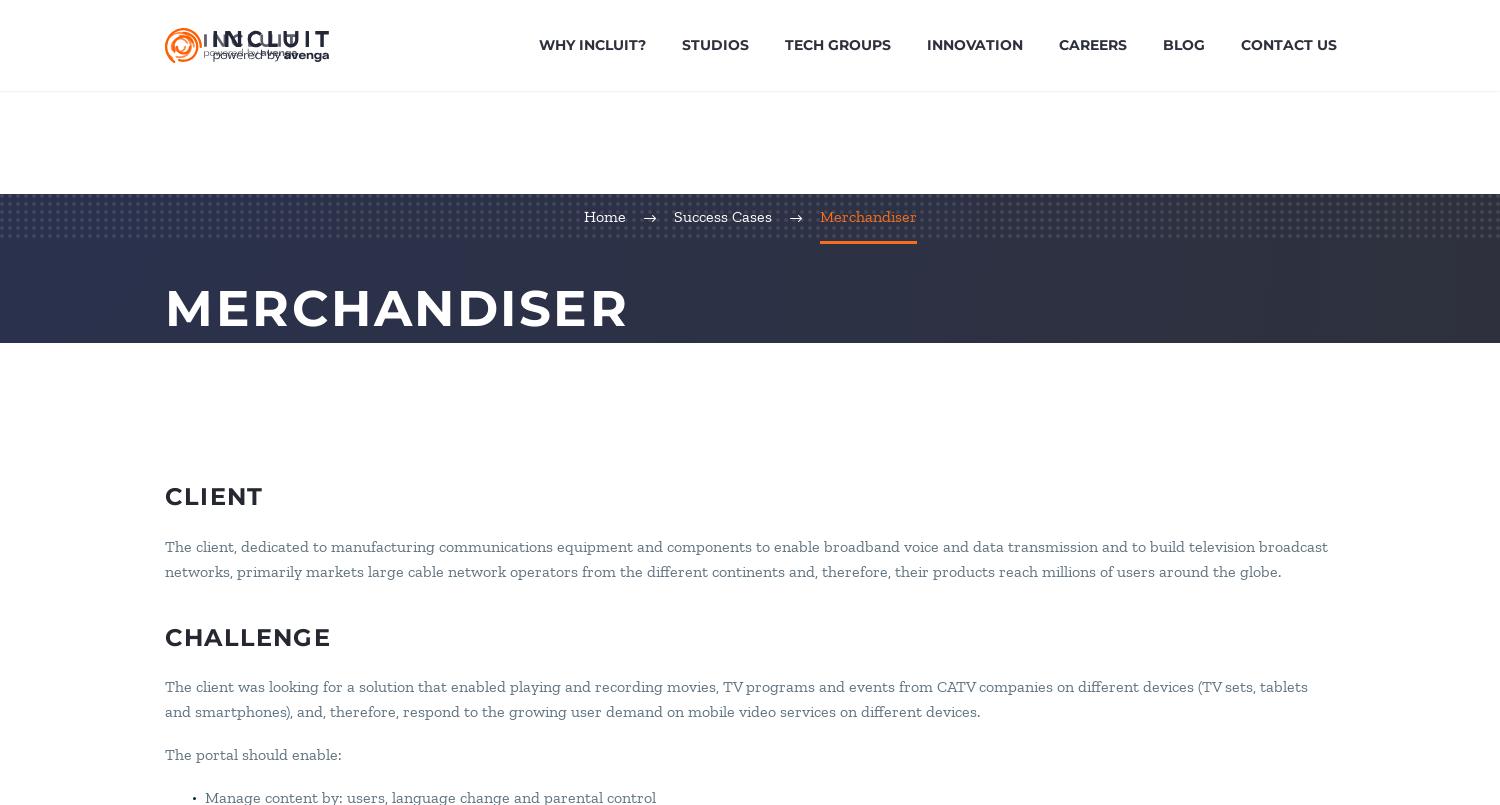  Describe the element at coordinates (1288, 44) in the screenshot. I see `'Contact Us'` at that location.